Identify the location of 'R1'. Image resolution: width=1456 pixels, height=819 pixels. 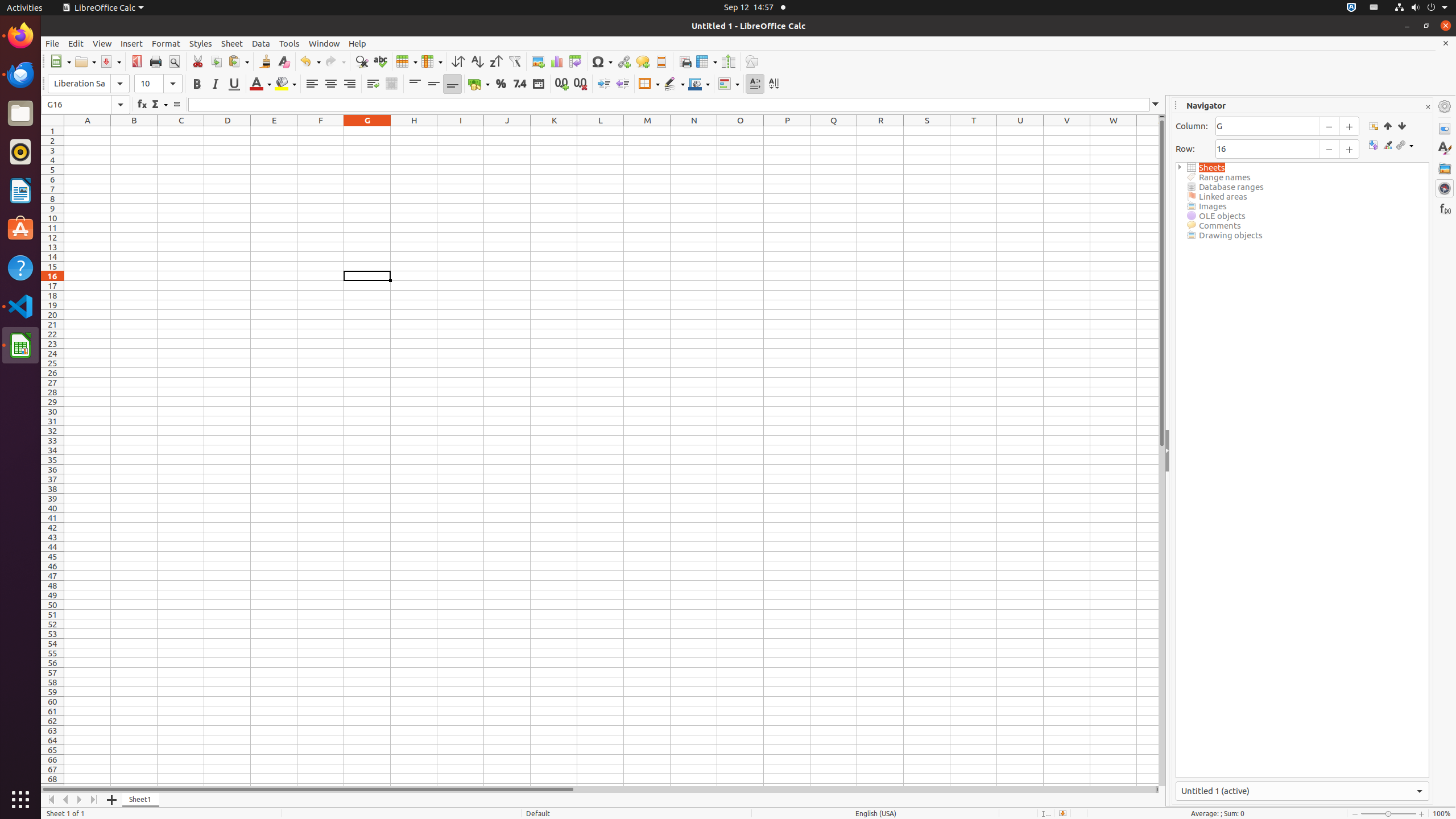
(880, 130).